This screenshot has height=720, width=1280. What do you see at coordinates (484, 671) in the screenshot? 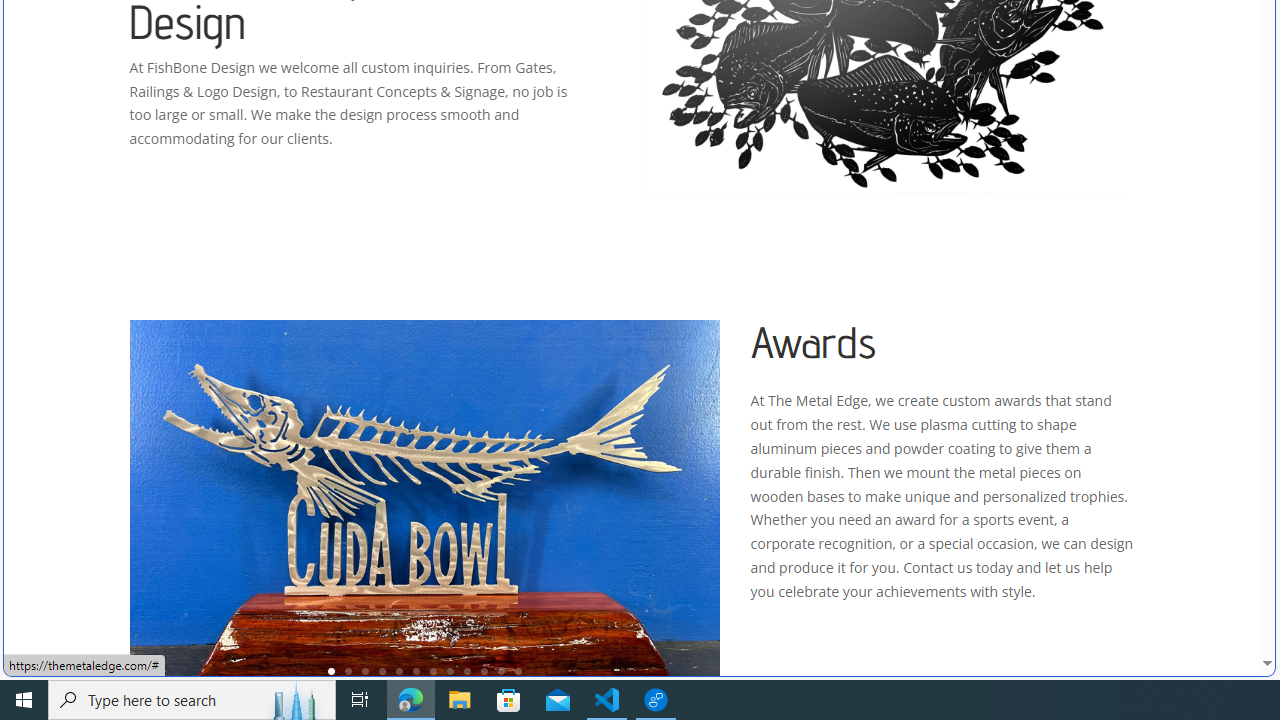
I see `'10'` at bounding box center [484, 671].